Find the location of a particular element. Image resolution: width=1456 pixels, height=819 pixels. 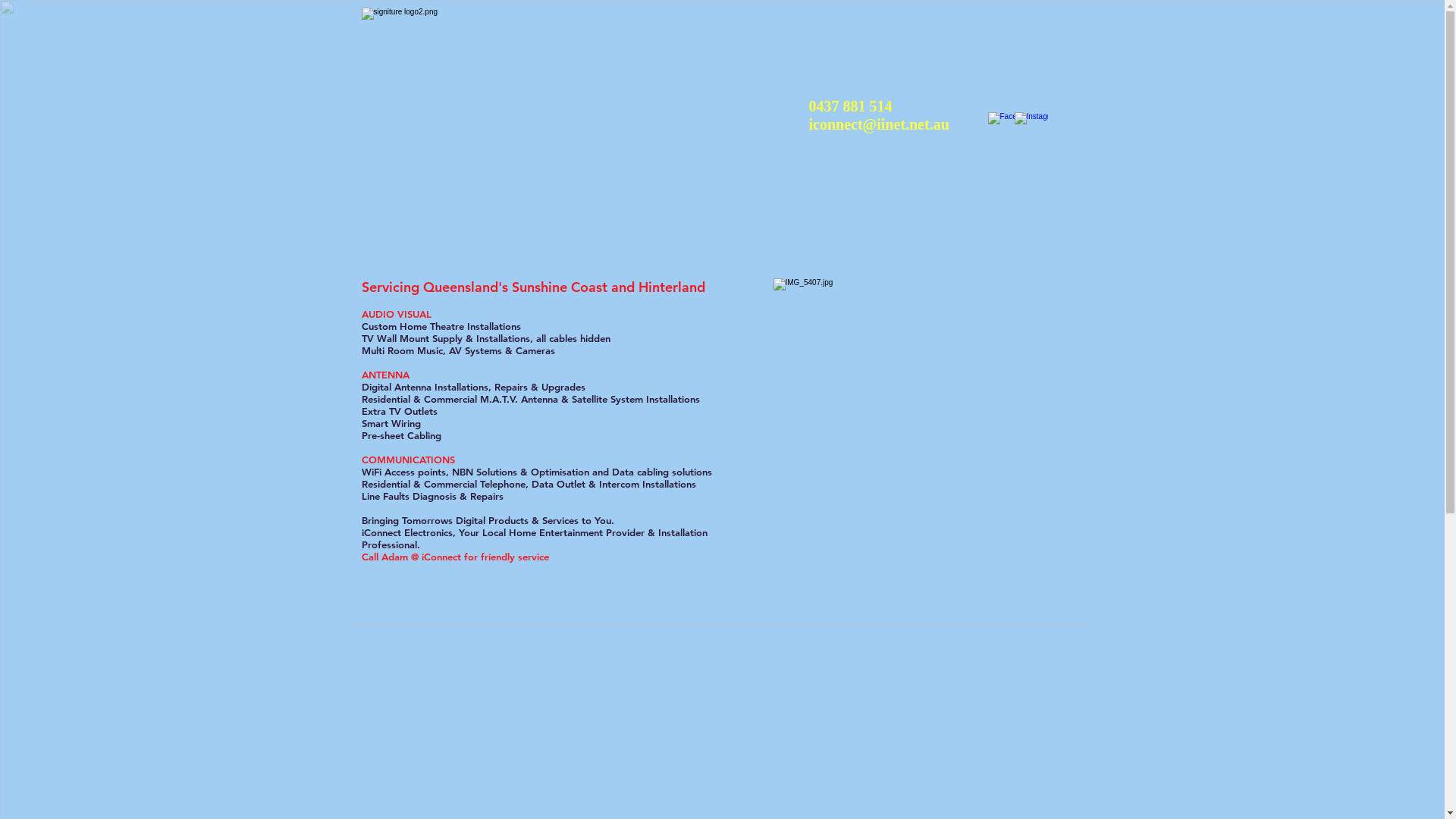

'0437 881 514' is located at coordinates (850, 105).